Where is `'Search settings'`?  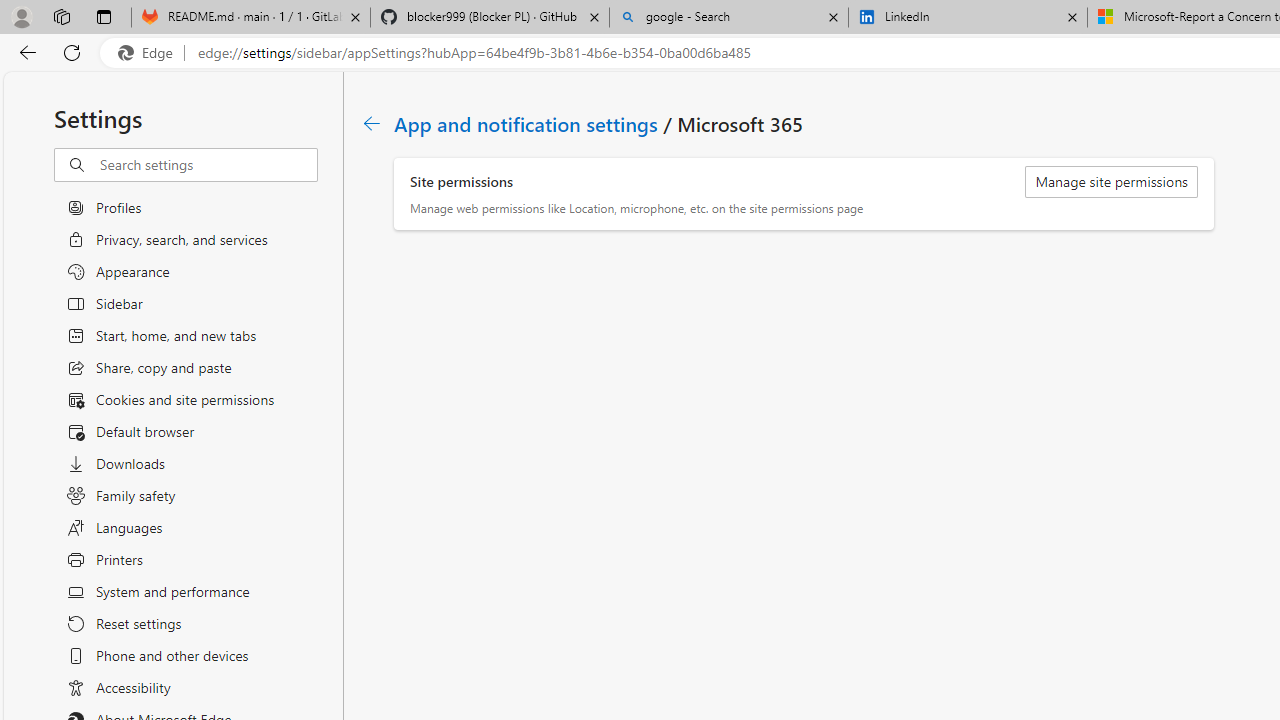 'Search settings' is located at coordinates (208, 164).